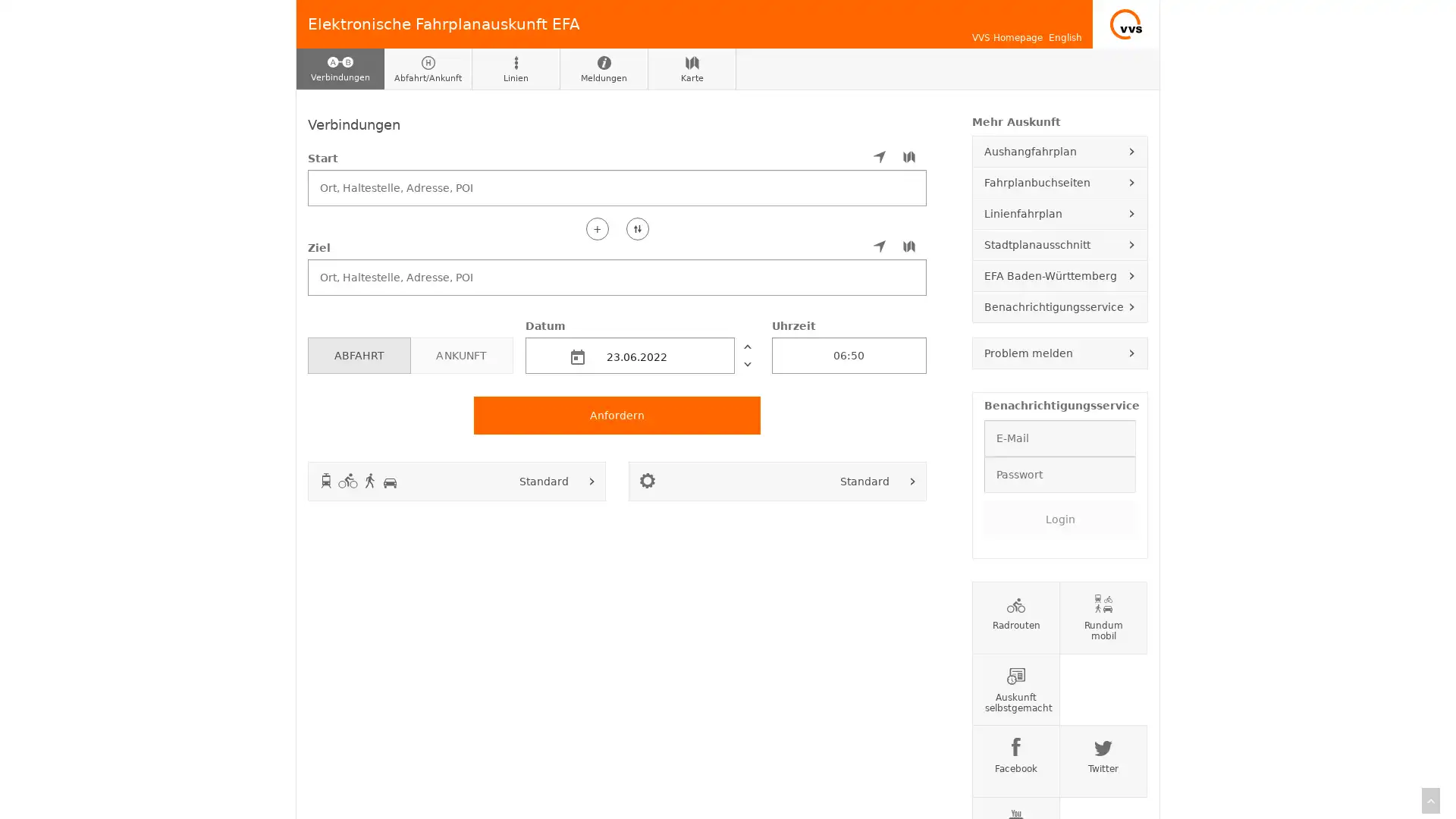  What do you see at coordinates (617, 415) in the screenshot?
I see `Anfordern` at bounding box center [617, 415].